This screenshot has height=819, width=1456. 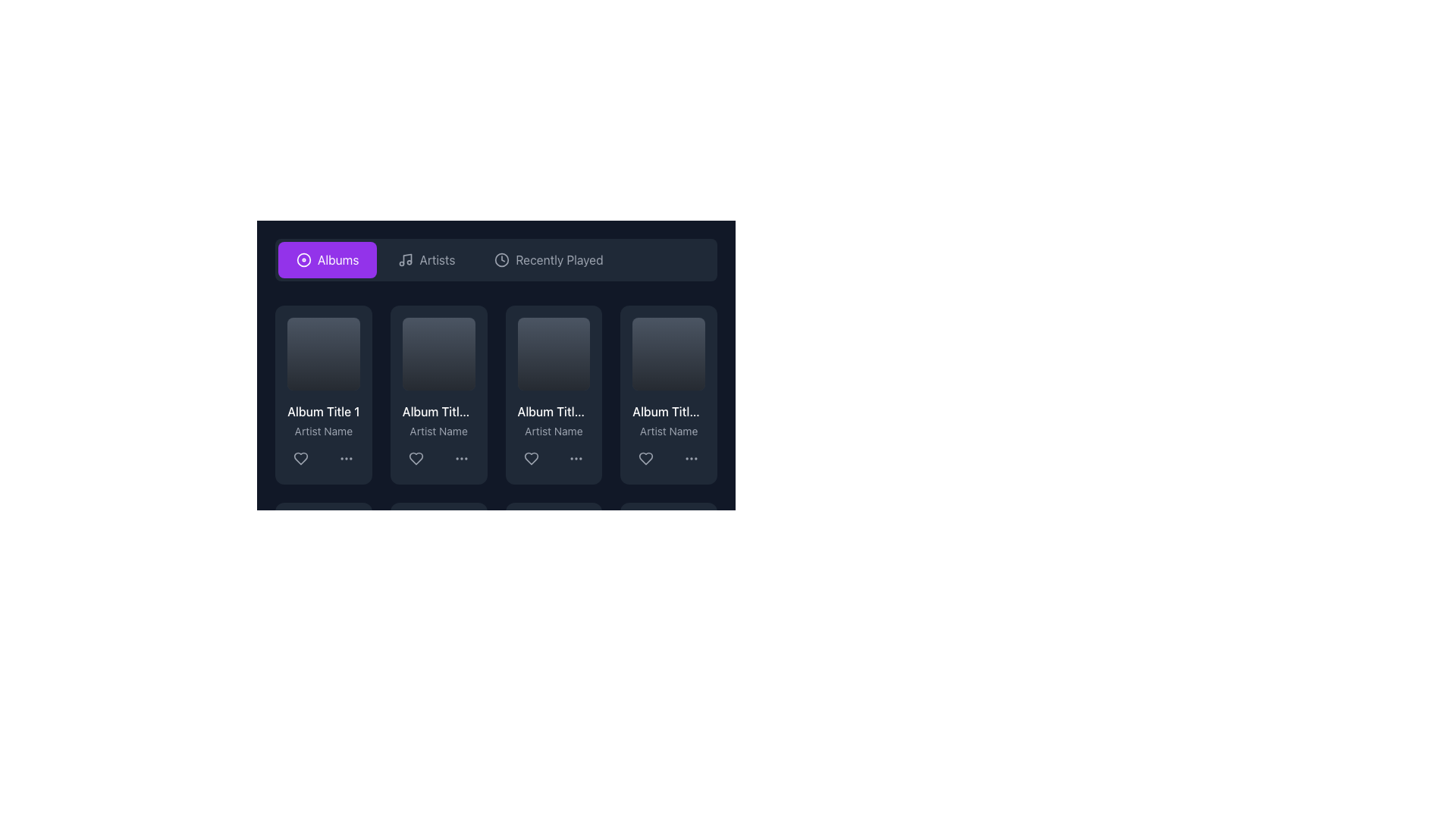 I want to click on the Ellipsis menu button located at the bottom-right corner of the album information card to observe a style change, so click(x=460, y=457).